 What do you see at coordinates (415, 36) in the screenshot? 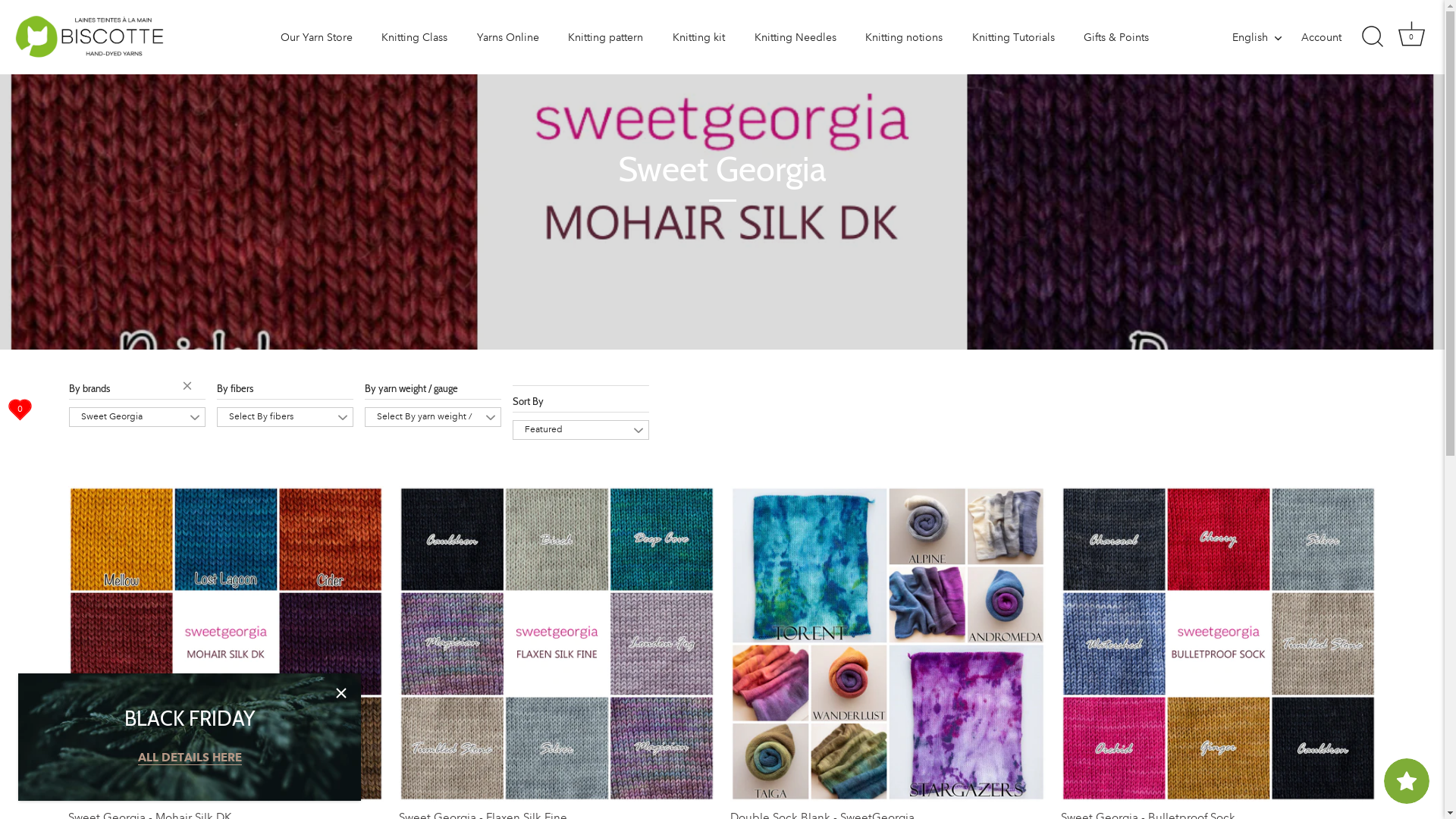
I see `'Knitting Class'` at bounding box center [415, 36].